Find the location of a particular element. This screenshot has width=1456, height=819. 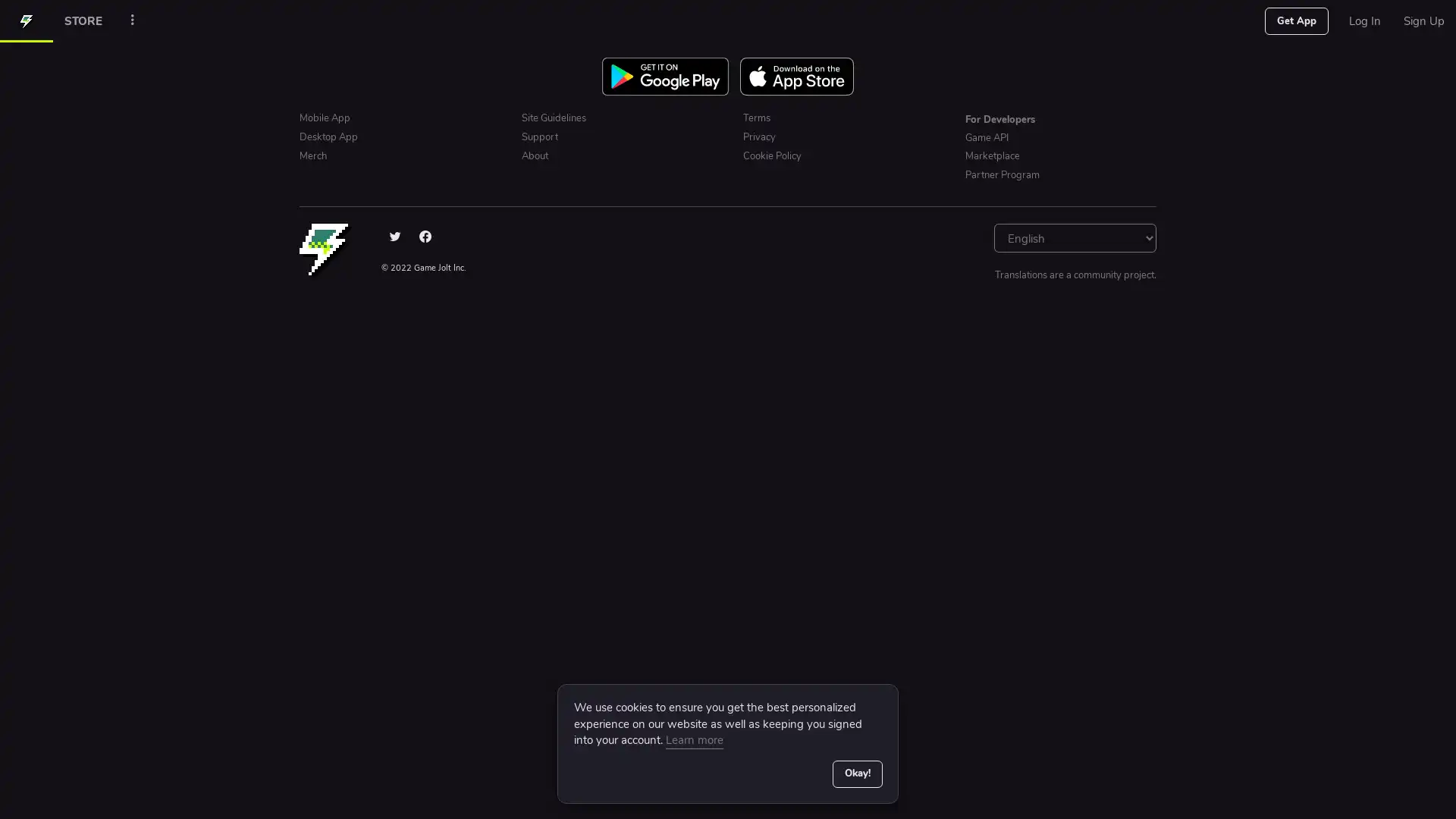

Sign Up is located at coordinates (728, 494).